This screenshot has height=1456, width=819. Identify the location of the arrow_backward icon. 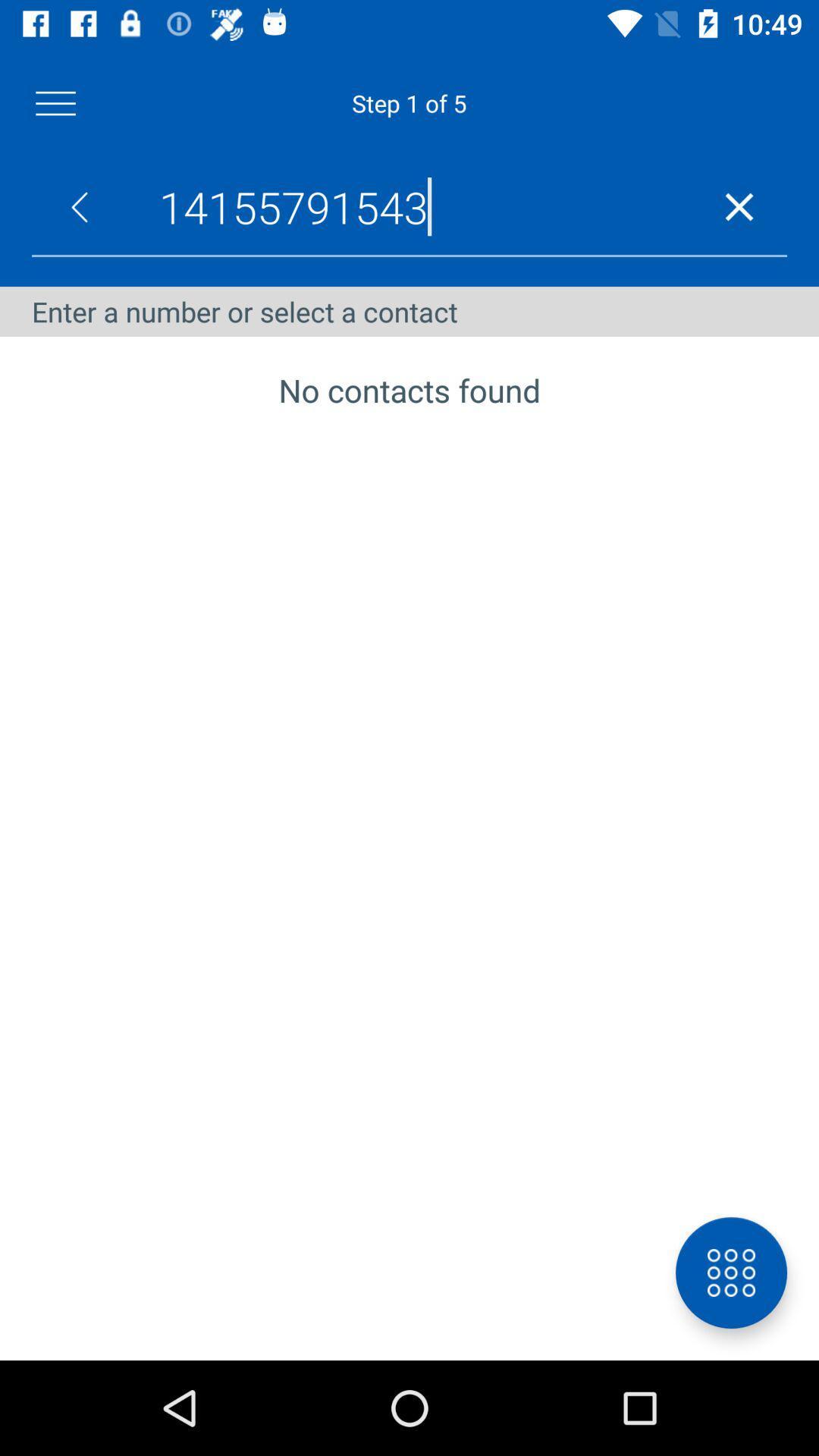
(79, 206).